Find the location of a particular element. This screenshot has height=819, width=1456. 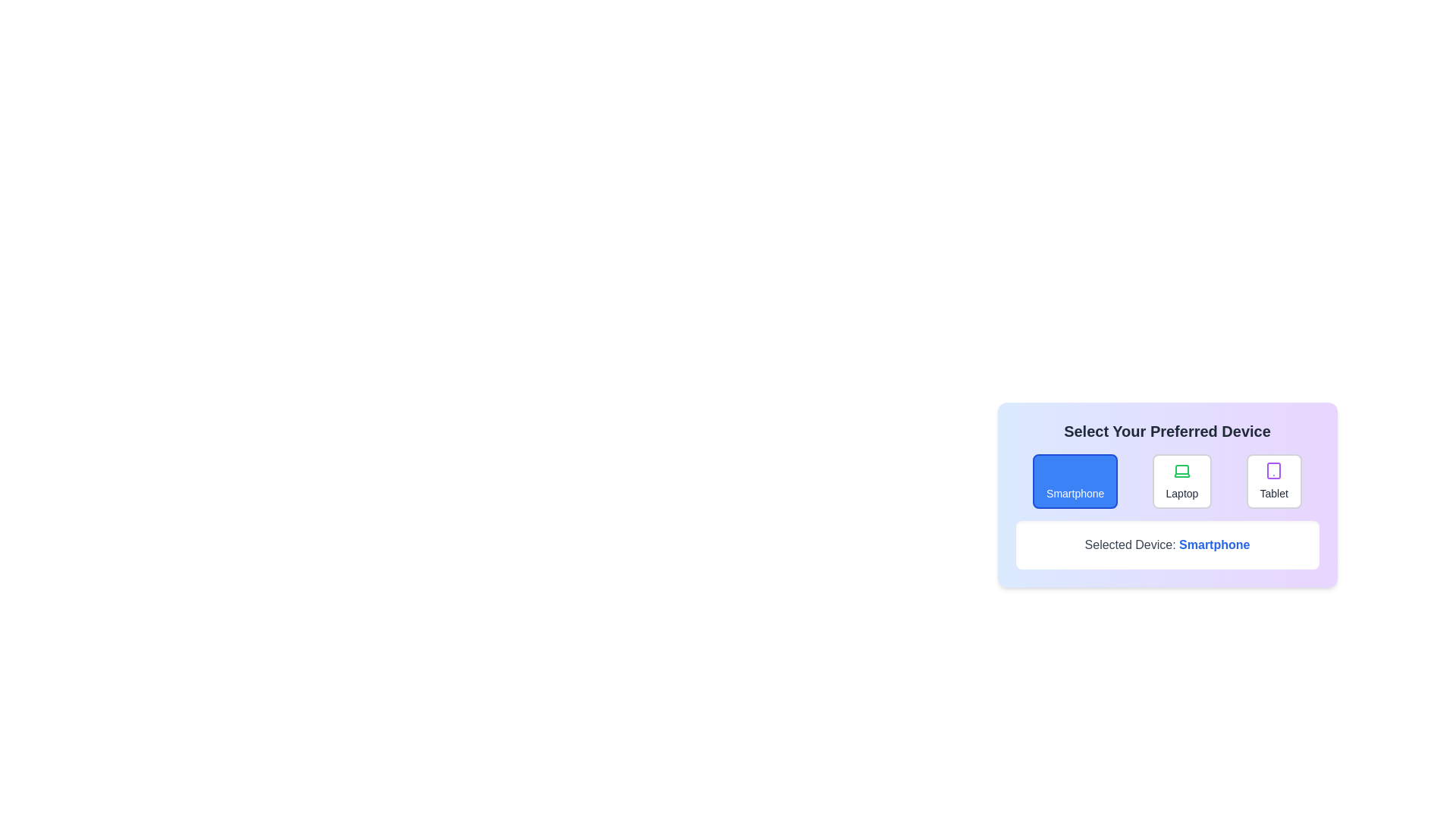

the header Text Label that indicates device selection options for 'Smartphone', 'Laptop', and 'Tablet' is located at coordinates (1166, 431).